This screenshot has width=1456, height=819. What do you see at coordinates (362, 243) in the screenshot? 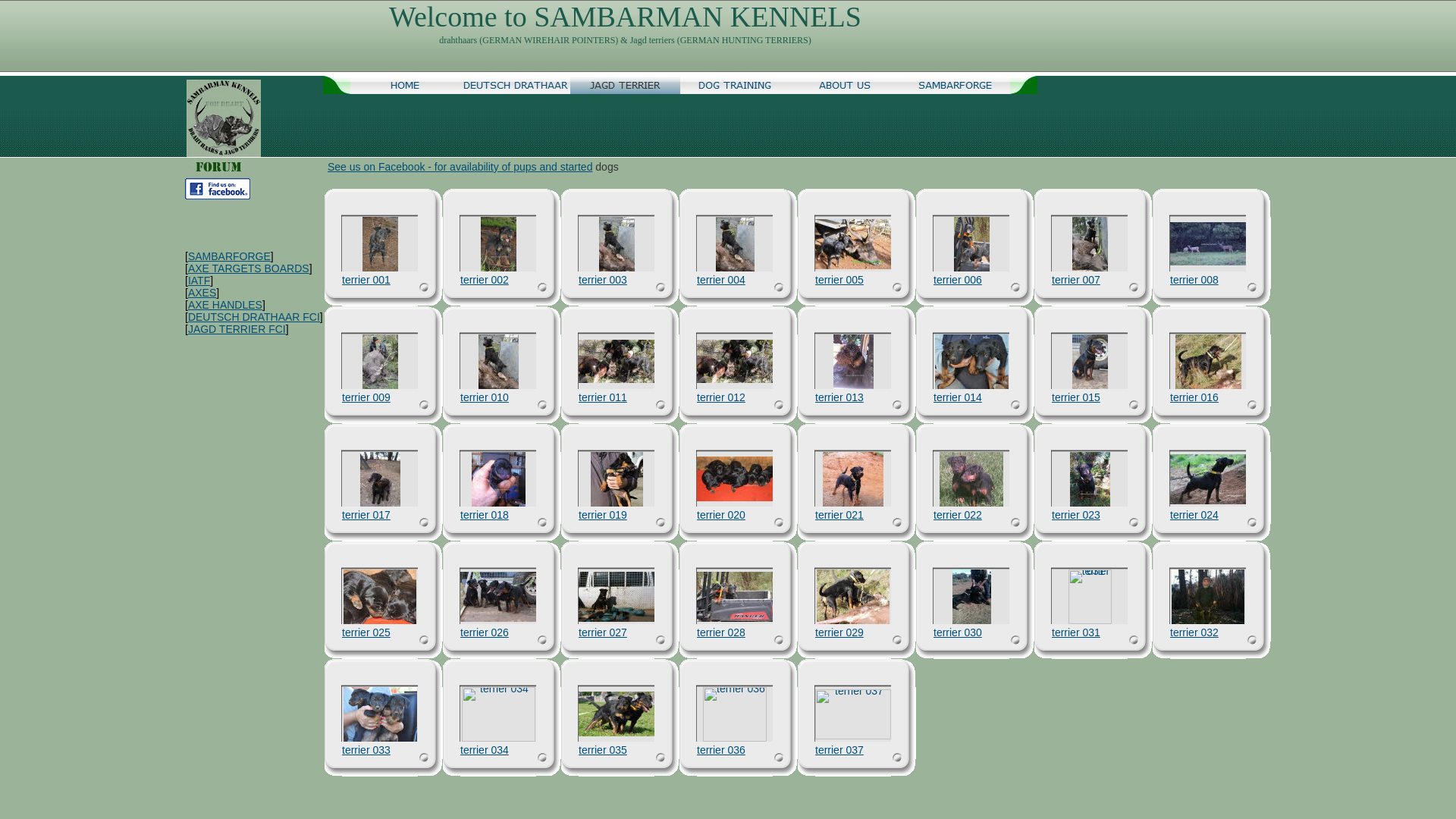
I see `'terrier 001'` at bounding box center [362, 243].